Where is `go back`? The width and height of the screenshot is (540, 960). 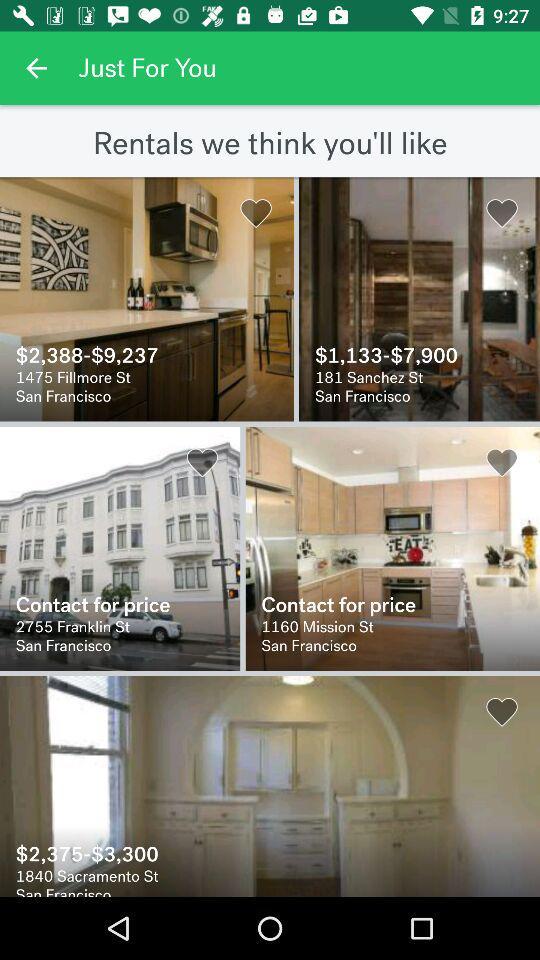 go back is located at coordinates (36, 68).